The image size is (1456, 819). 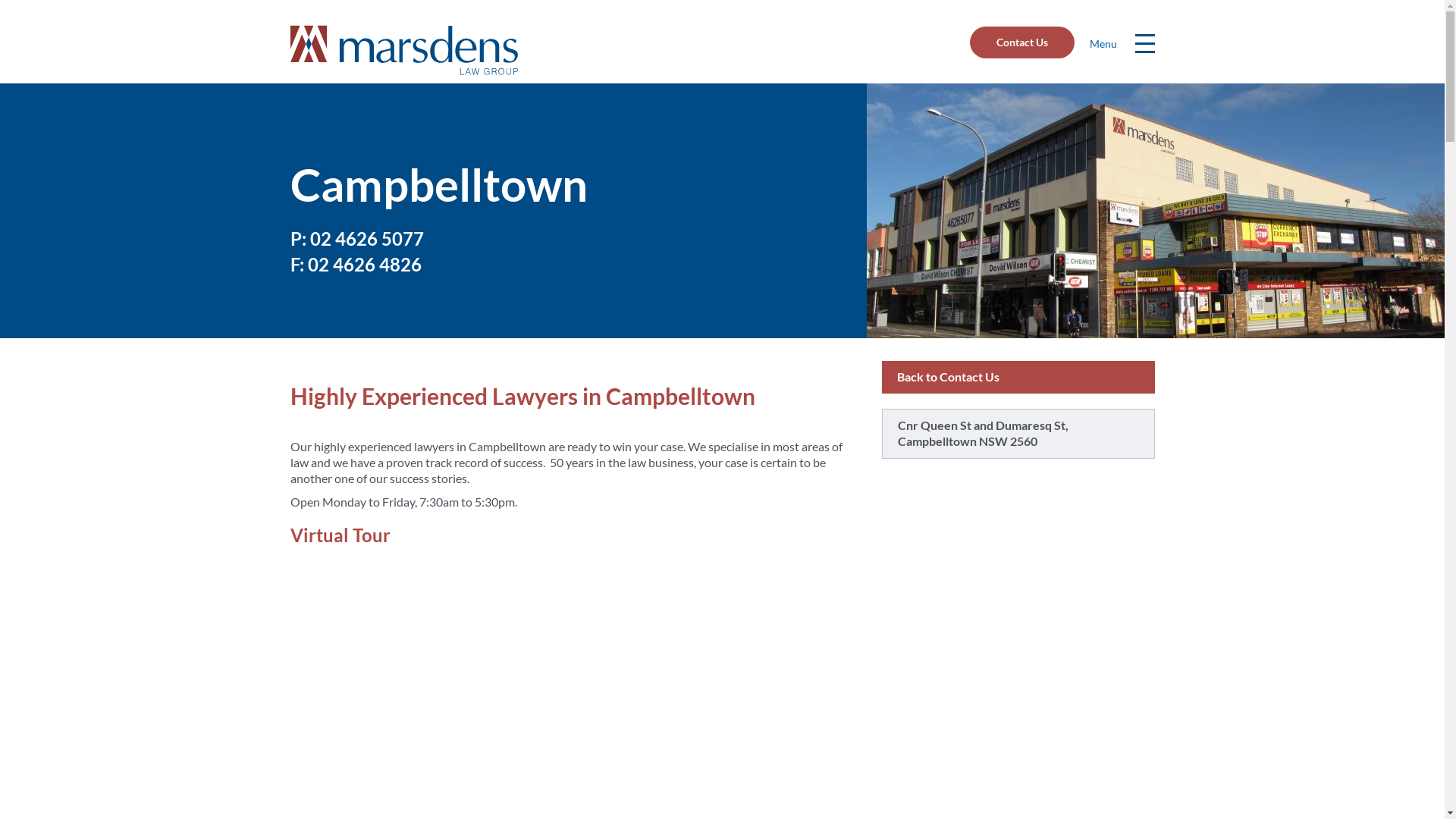 What do you see at coordinates (1144, 40) in the screenshot?
I see `'Menu'` at bounding box center [1144, 40].